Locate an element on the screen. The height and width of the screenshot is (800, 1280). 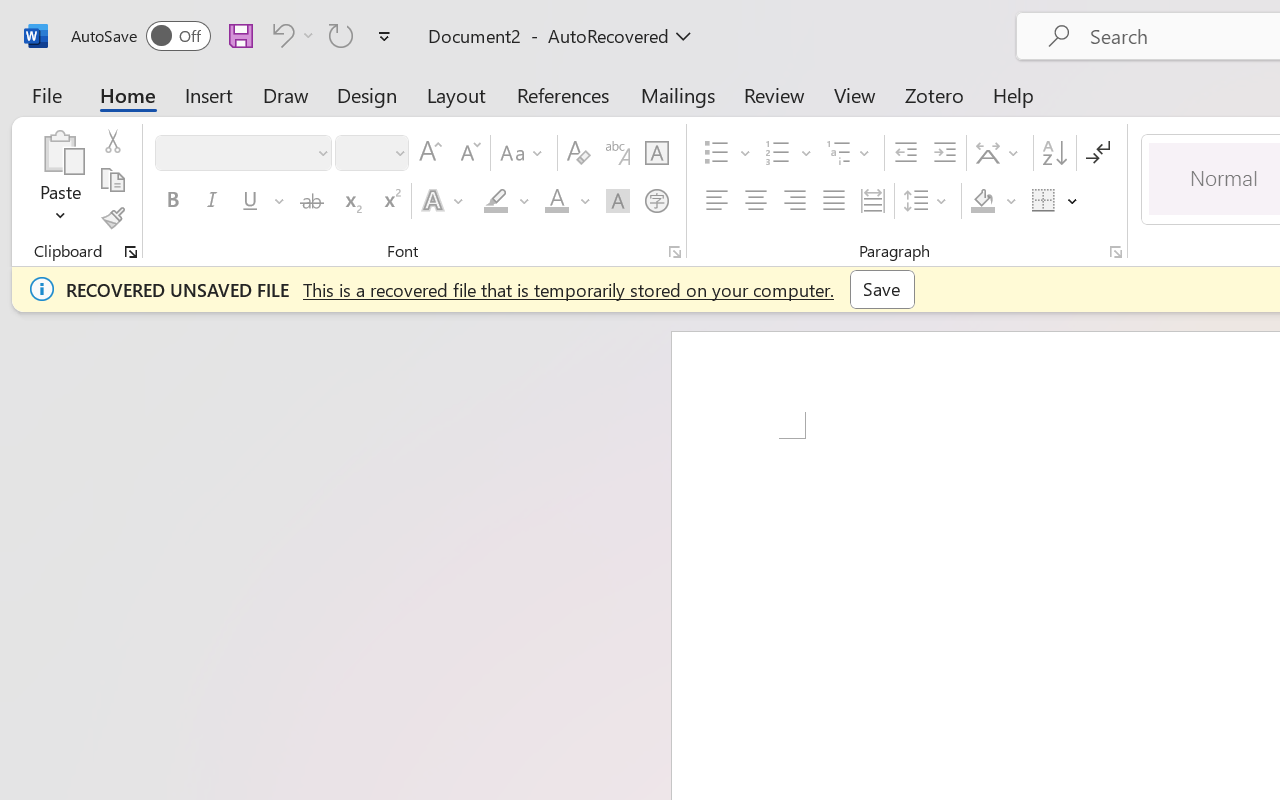
'Text Effects and Typography' is located at coordinates (443, 201).